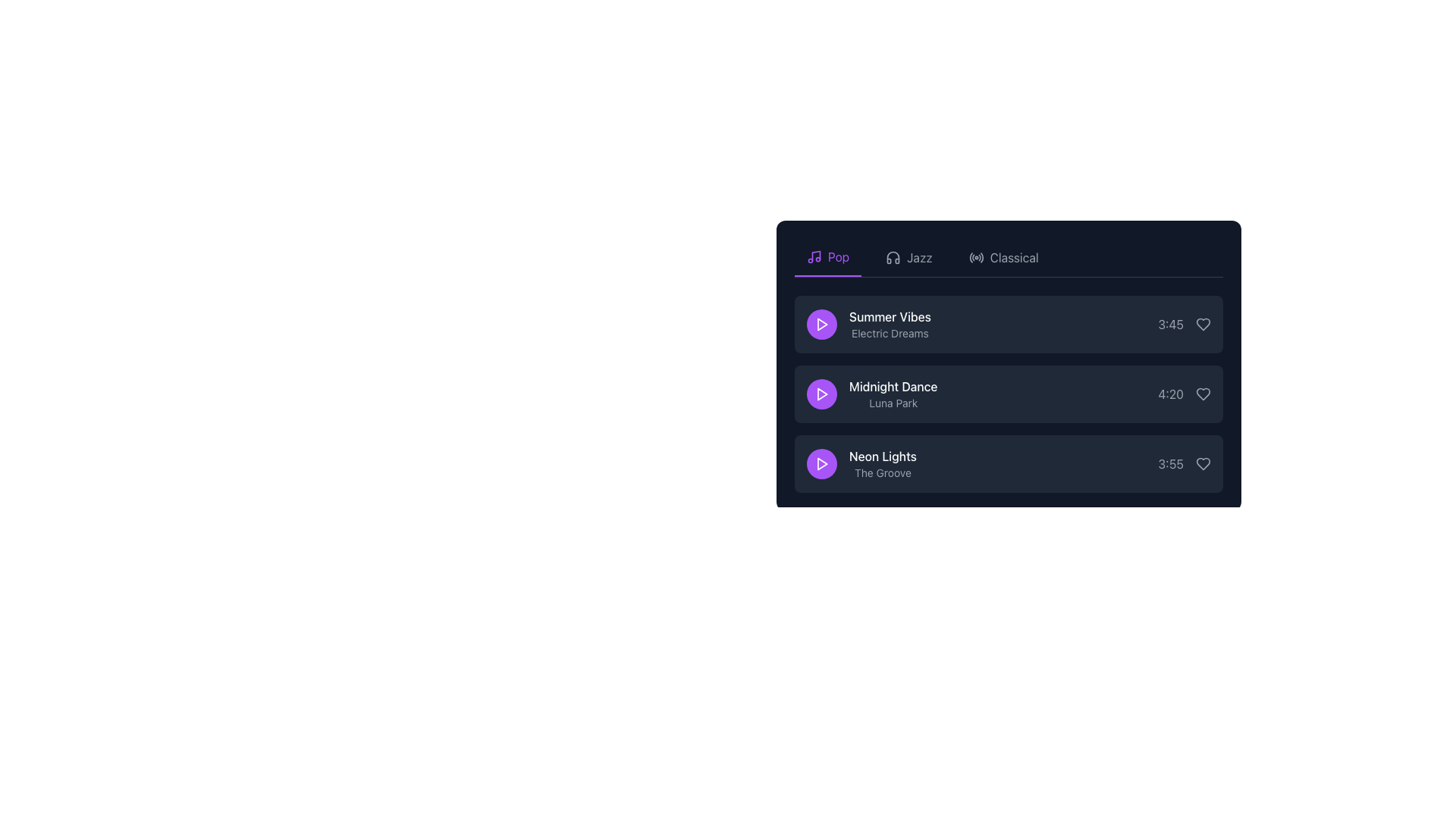  What do you see at coordinates (821, 394) in the screenshot?
I see `the graphical play button icon for the song 'Midnight Dance' to initiate playback` at bounding box center [821, 394].